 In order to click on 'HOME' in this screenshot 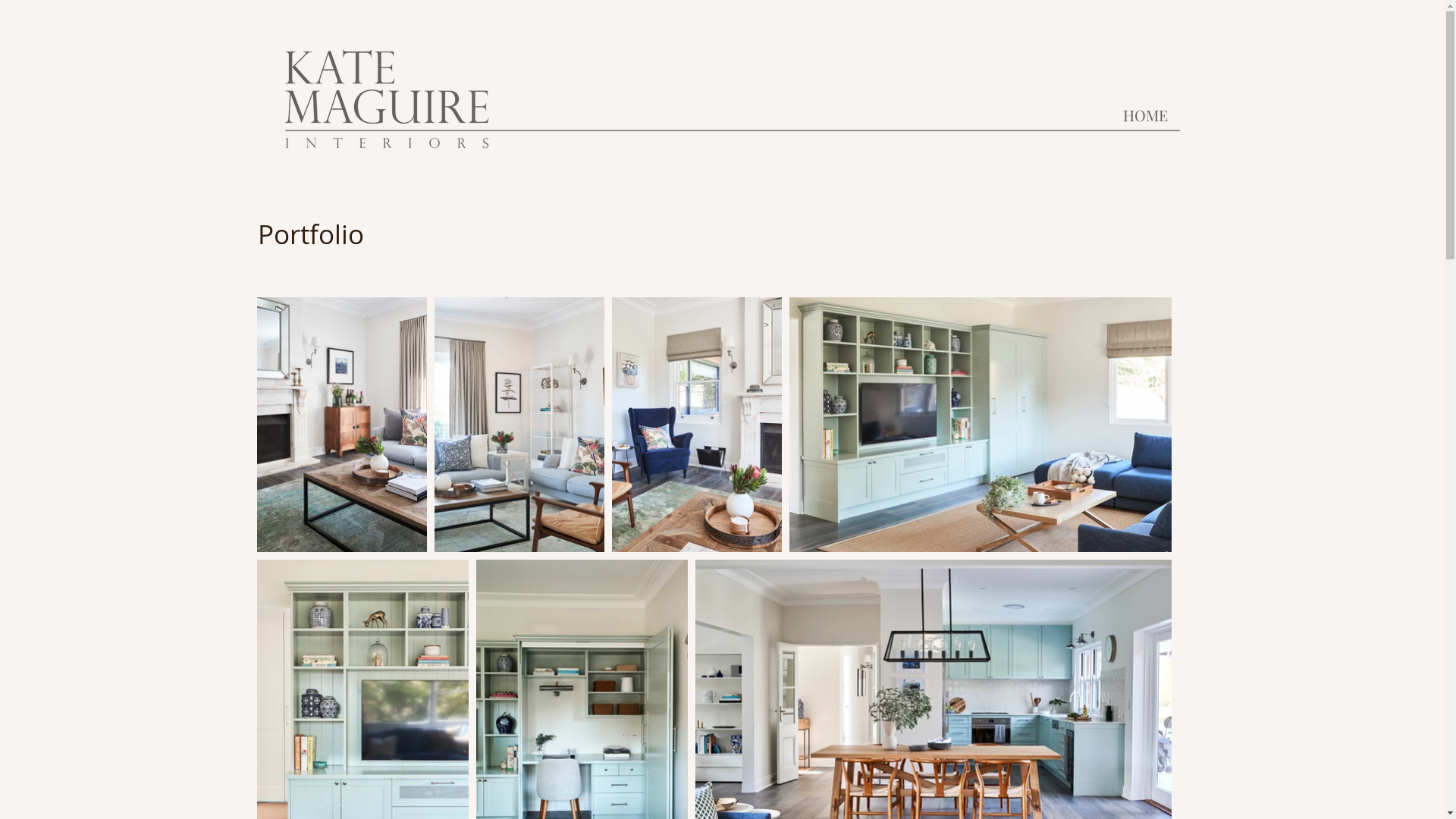, I will do `click(1145, 114)`.